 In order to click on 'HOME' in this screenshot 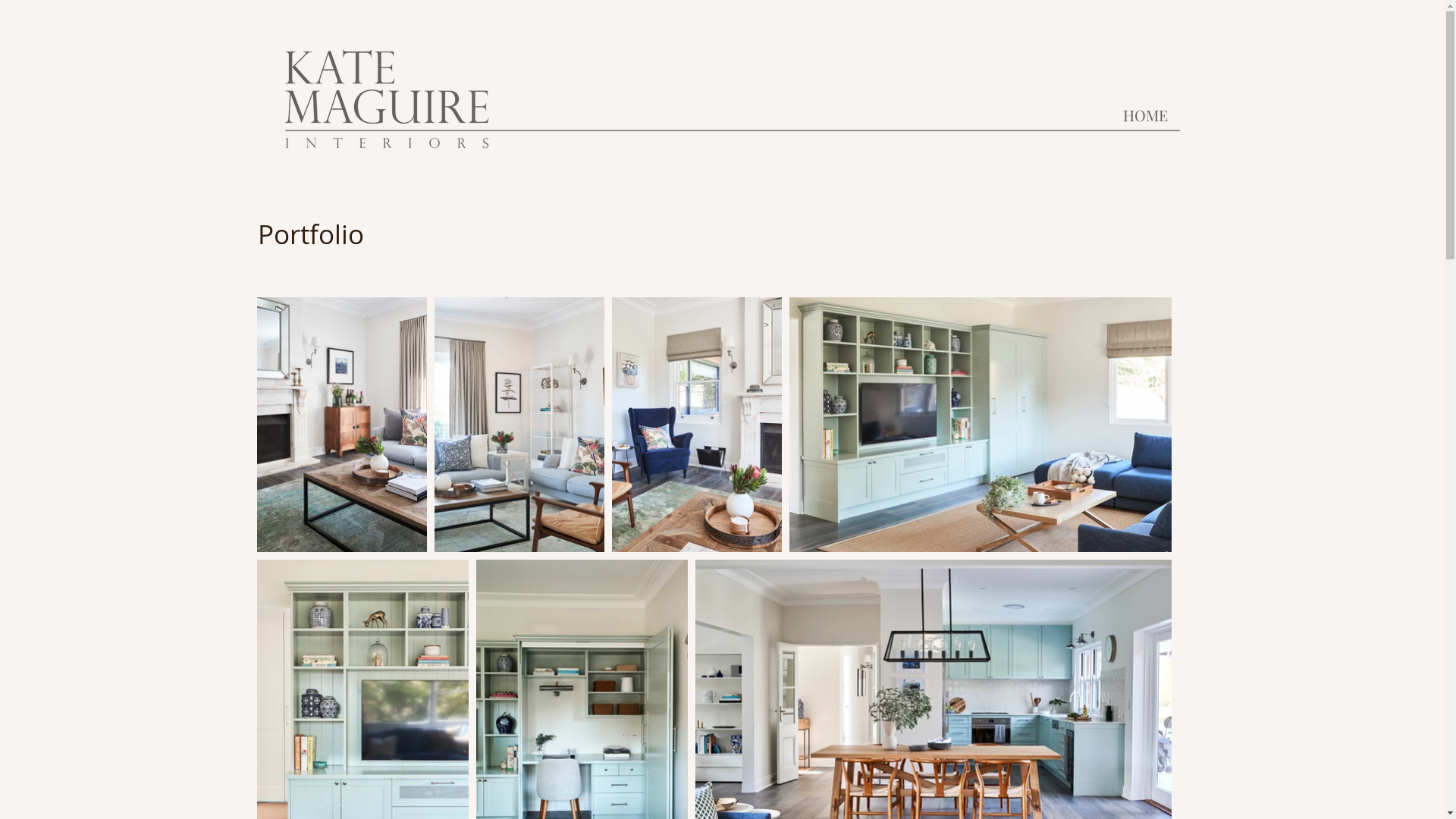, I will do `click(1145, 114)`.